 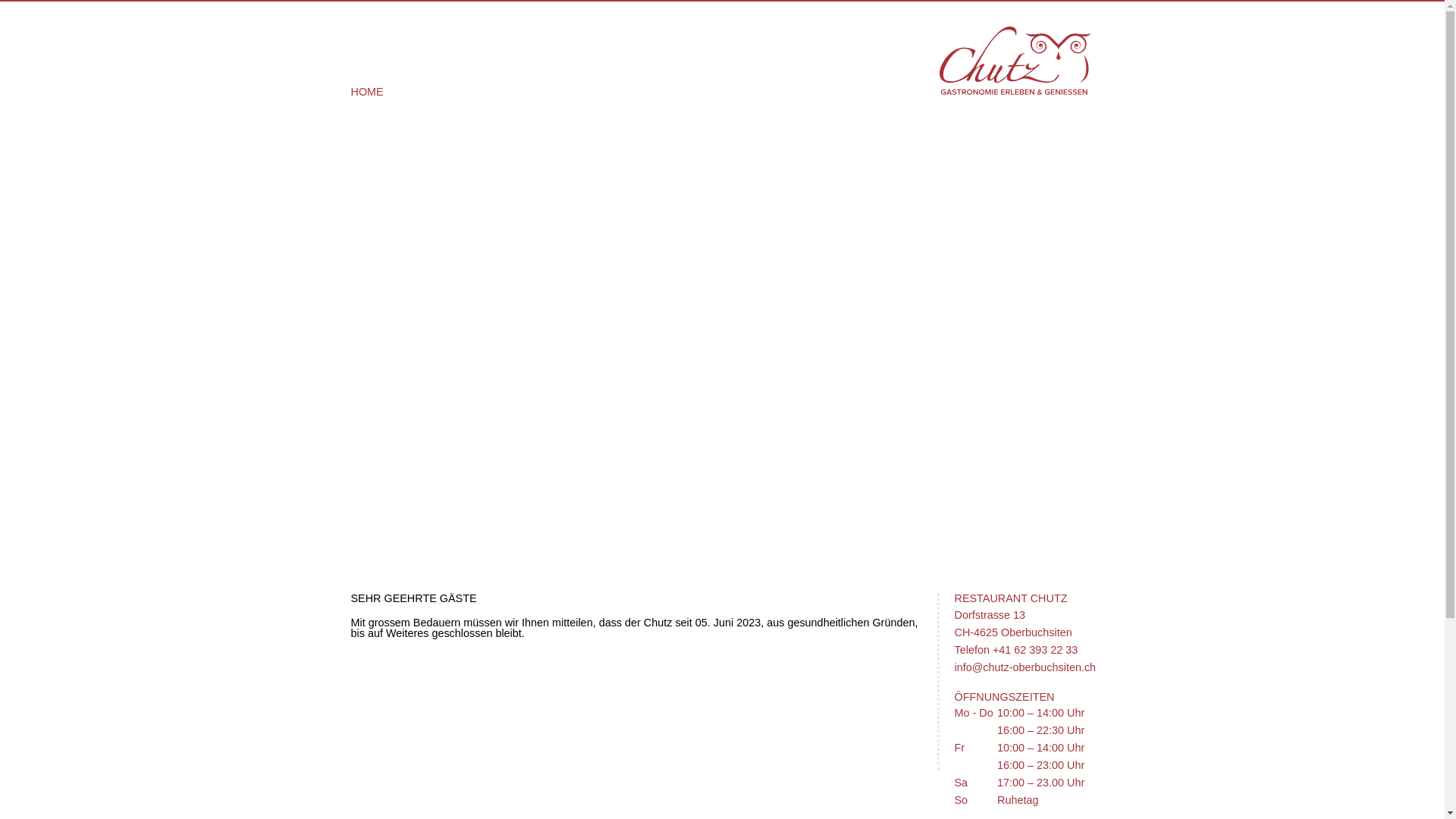 I want to click on '+41 62 393 22 33', so click(x=1034, y=648).